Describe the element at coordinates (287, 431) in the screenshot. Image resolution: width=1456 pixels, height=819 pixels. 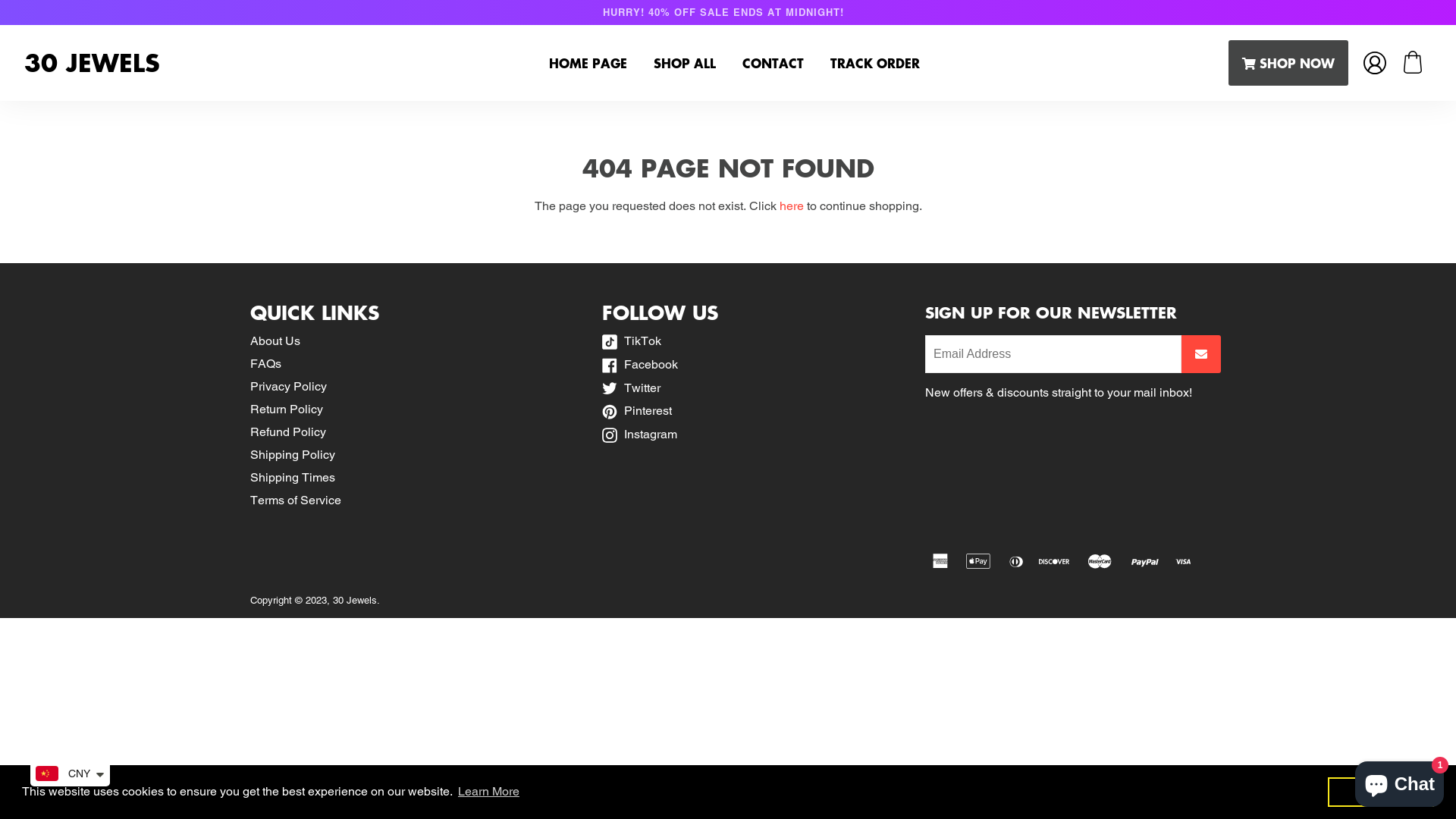
I see `'Refund Policy'` at that location.